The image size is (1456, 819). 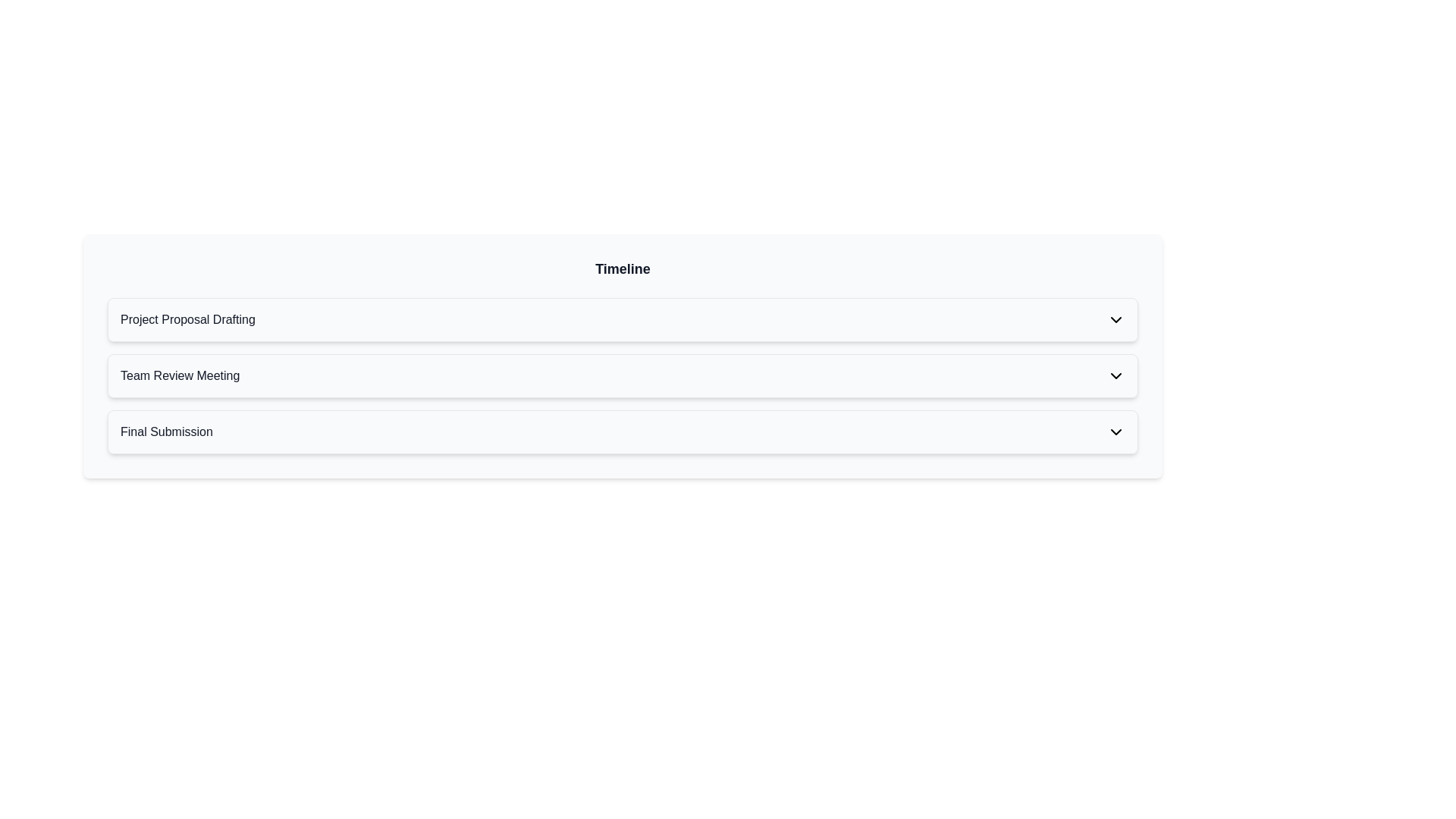 What do you see at coordinates (1116, 318) in the screenshot?
I see `the downward-pointing chevron icon at the far right end of the 'Project Proposal Drafting' row` at bounding box center [1116, 318].